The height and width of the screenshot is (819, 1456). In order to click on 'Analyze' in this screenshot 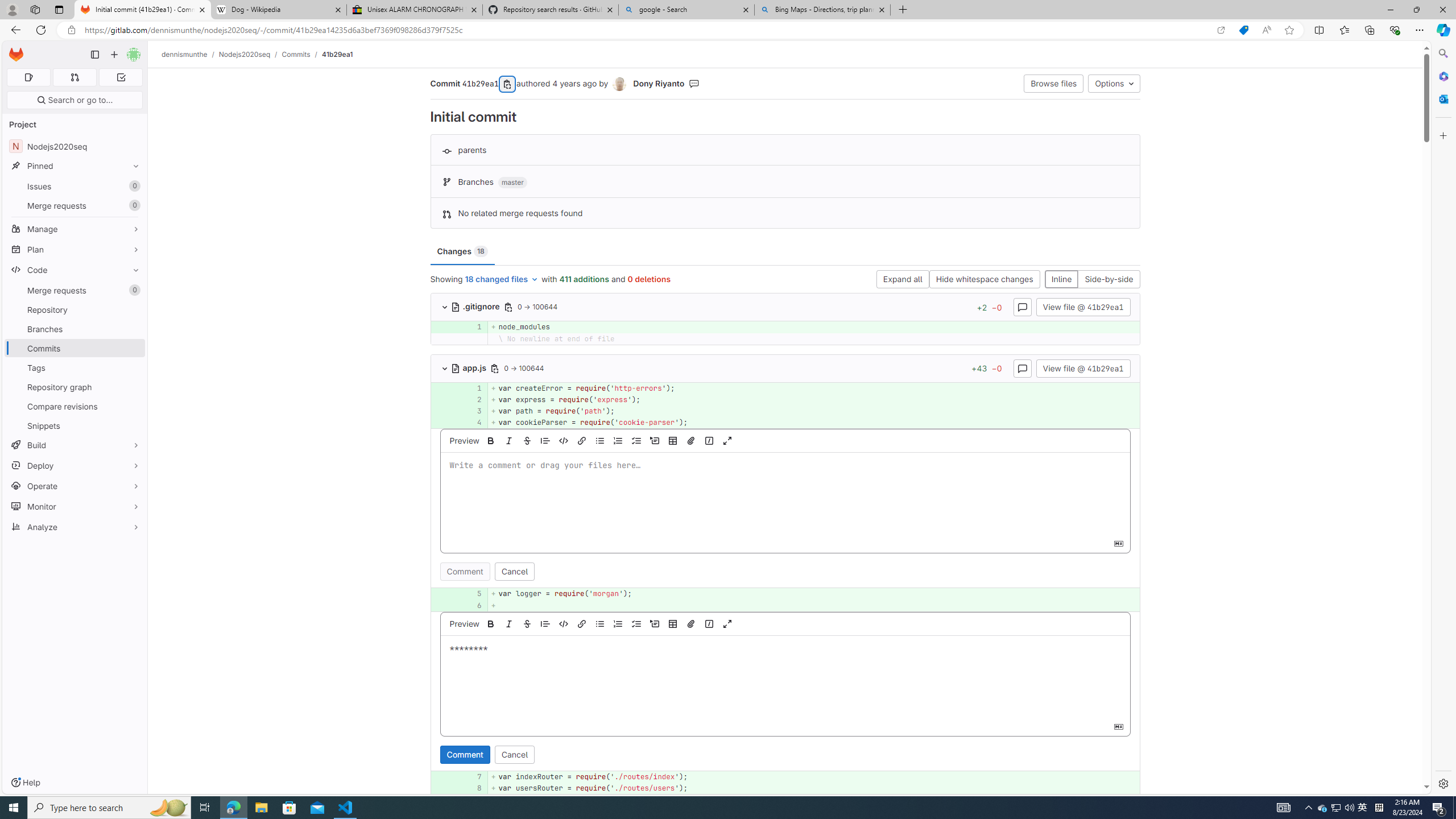, I will do `click(74, 527)`.